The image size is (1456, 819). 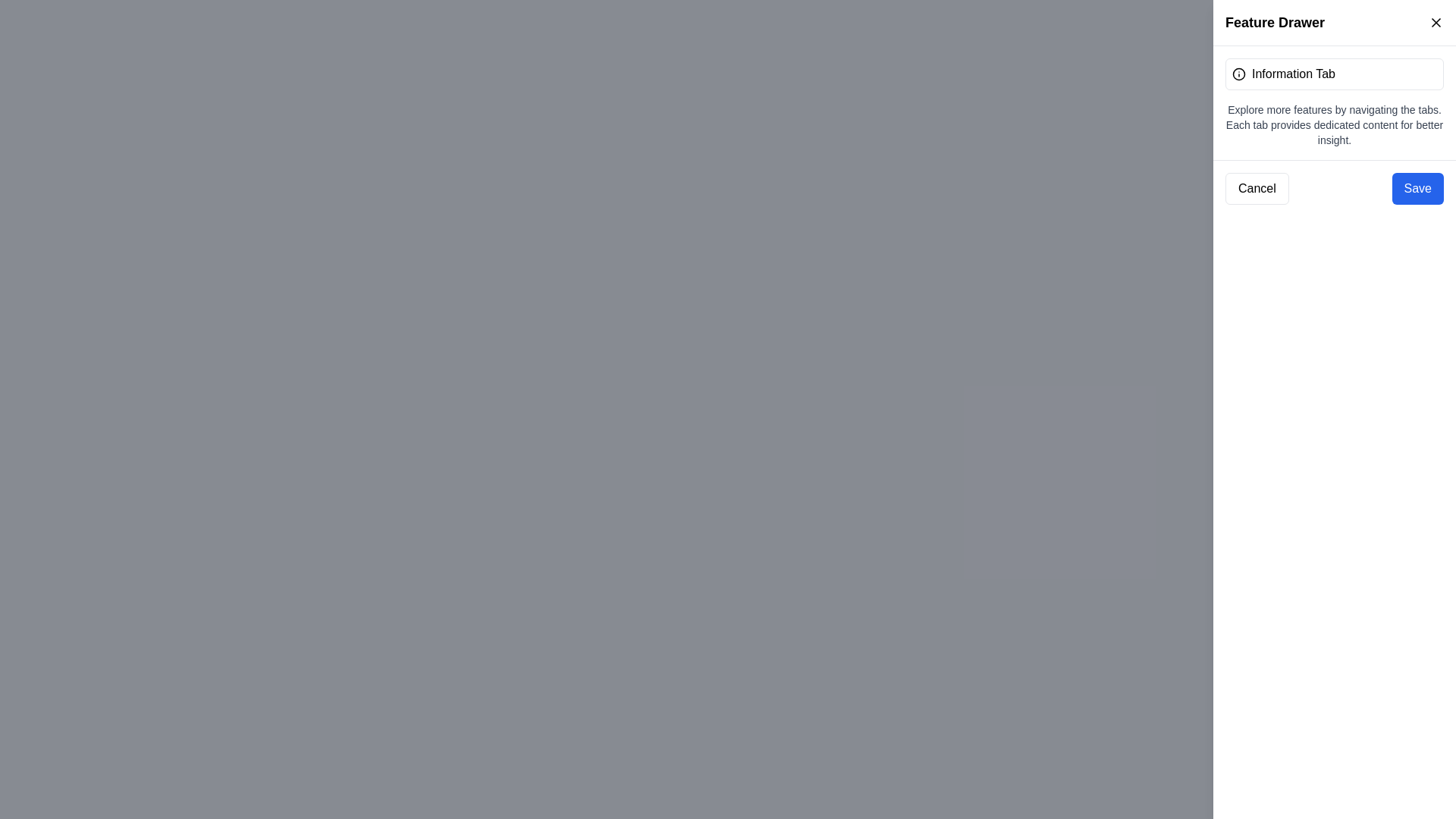 What do you see at coordinates (1274, 23) in the screenshot?
I see `text header labeled 'Feature Drawer' located at the top of the sidebar panel` at bounding box center [1274, 23].